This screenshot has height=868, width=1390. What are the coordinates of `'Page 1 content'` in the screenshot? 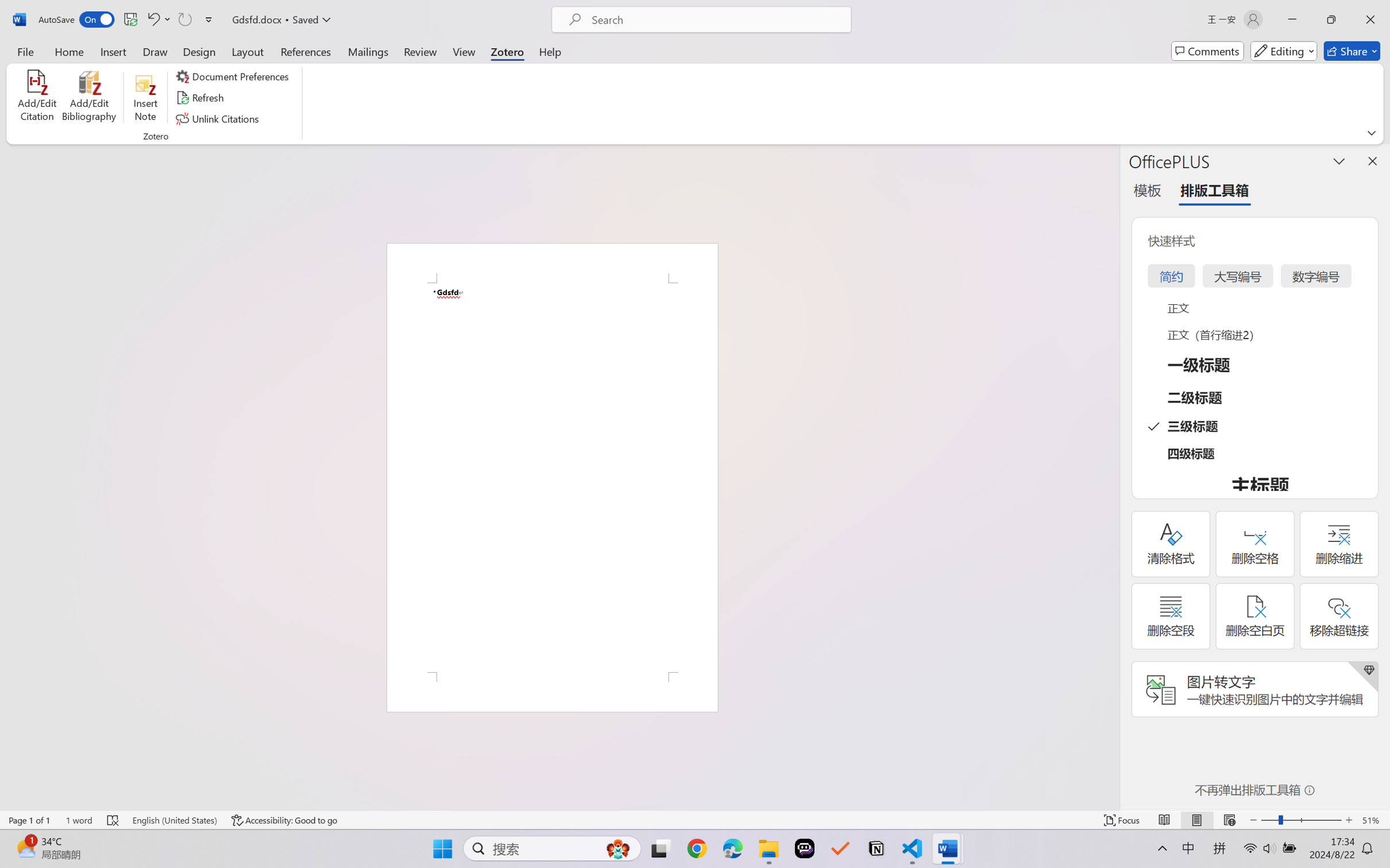 It's located at (552, 477).